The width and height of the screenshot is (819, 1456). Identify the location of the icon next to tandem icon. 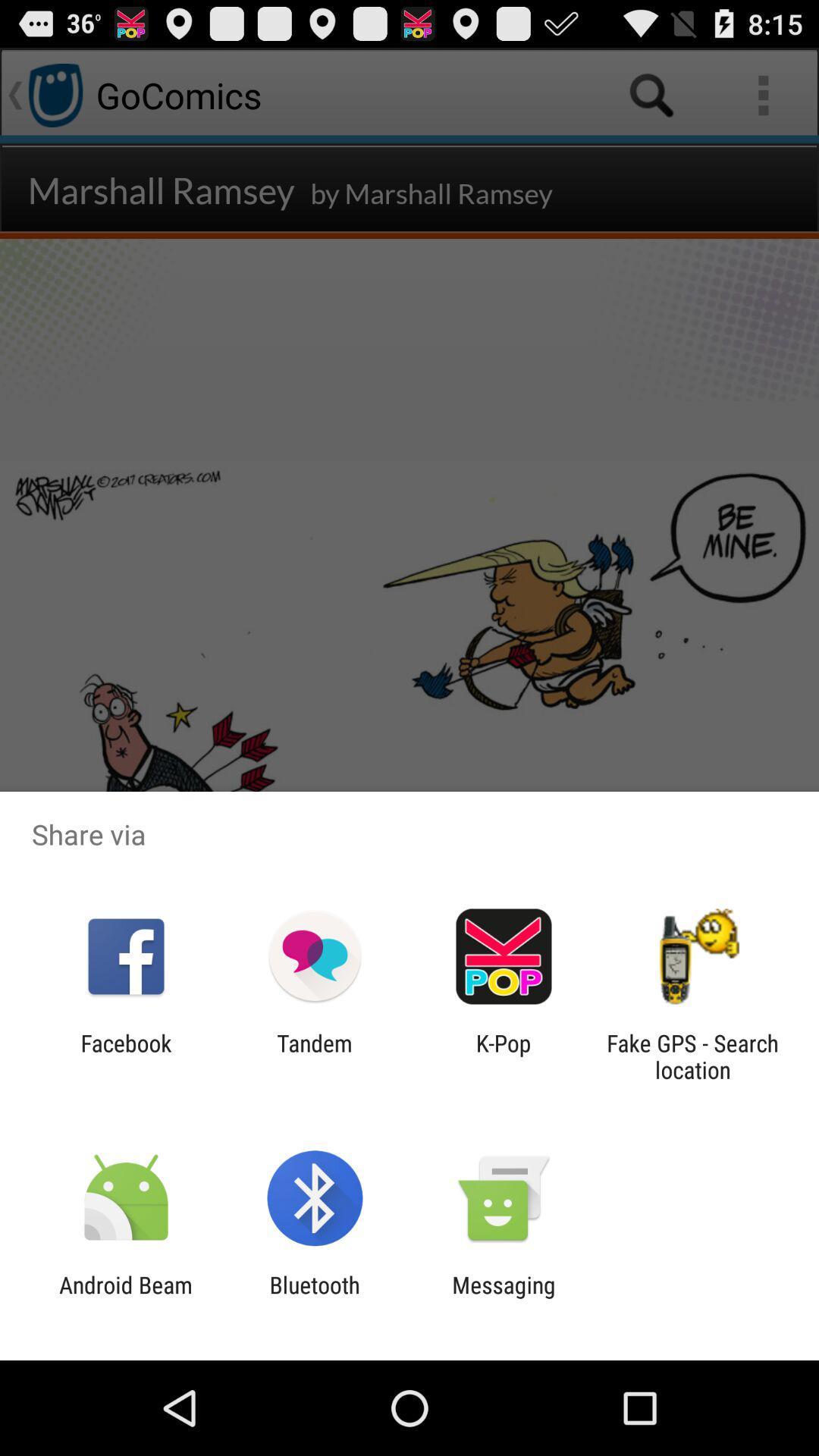
(504, 1056).